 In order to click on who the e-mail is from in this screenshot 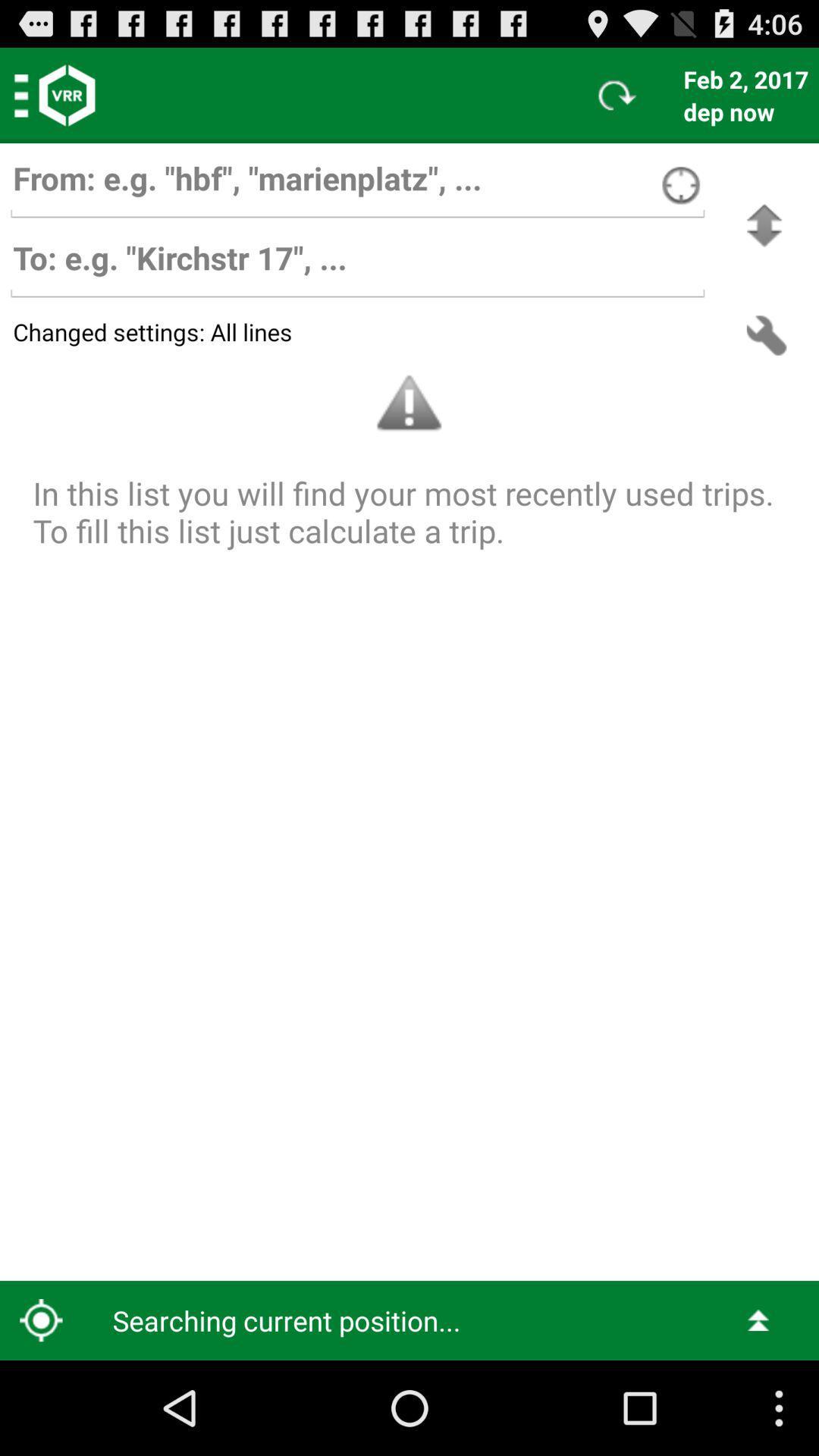, I will do `click(357, 185)`.